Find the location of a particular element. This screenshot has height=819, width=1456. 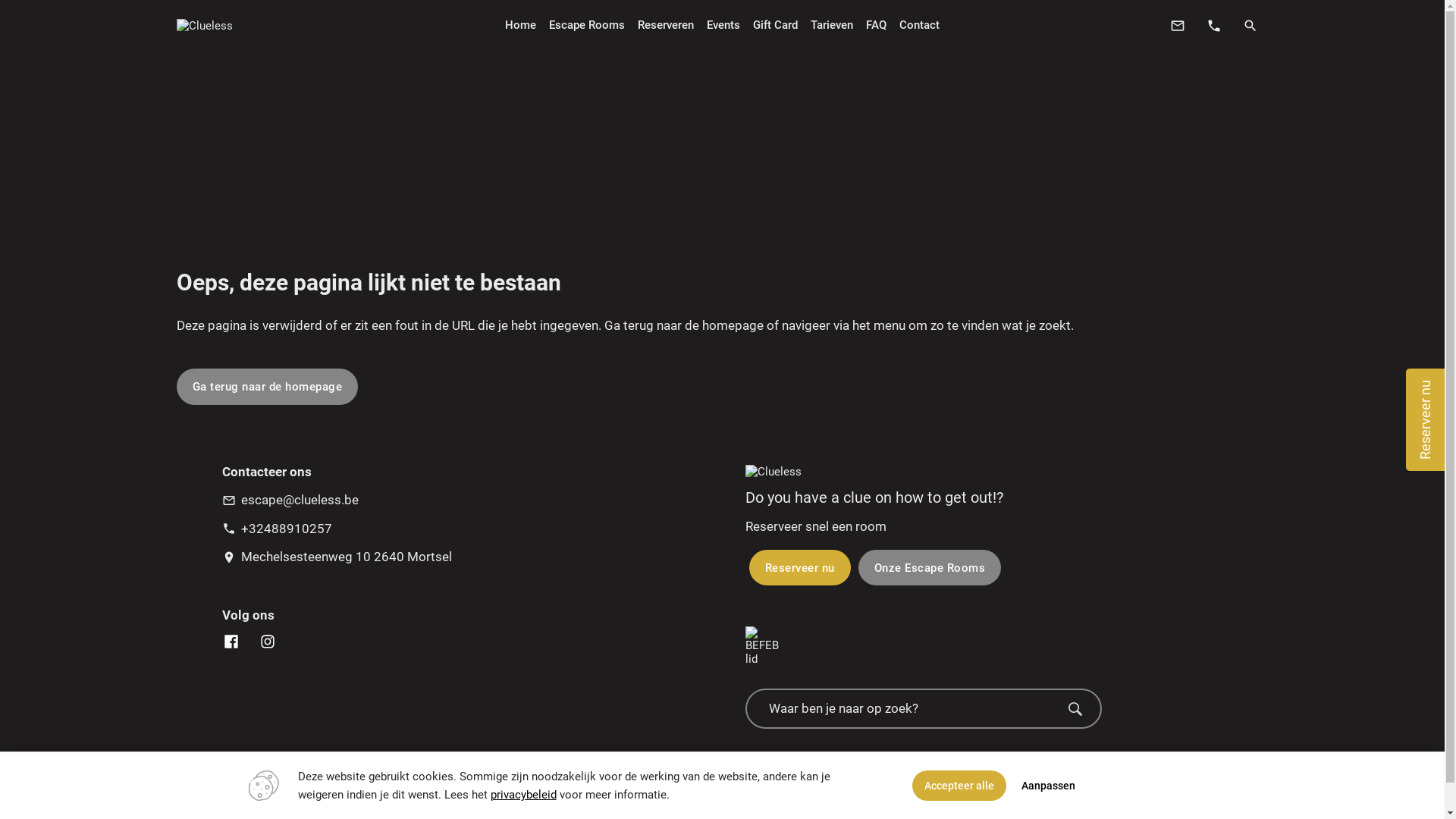

'privacybeleid' is located at coordinates (522, 794).